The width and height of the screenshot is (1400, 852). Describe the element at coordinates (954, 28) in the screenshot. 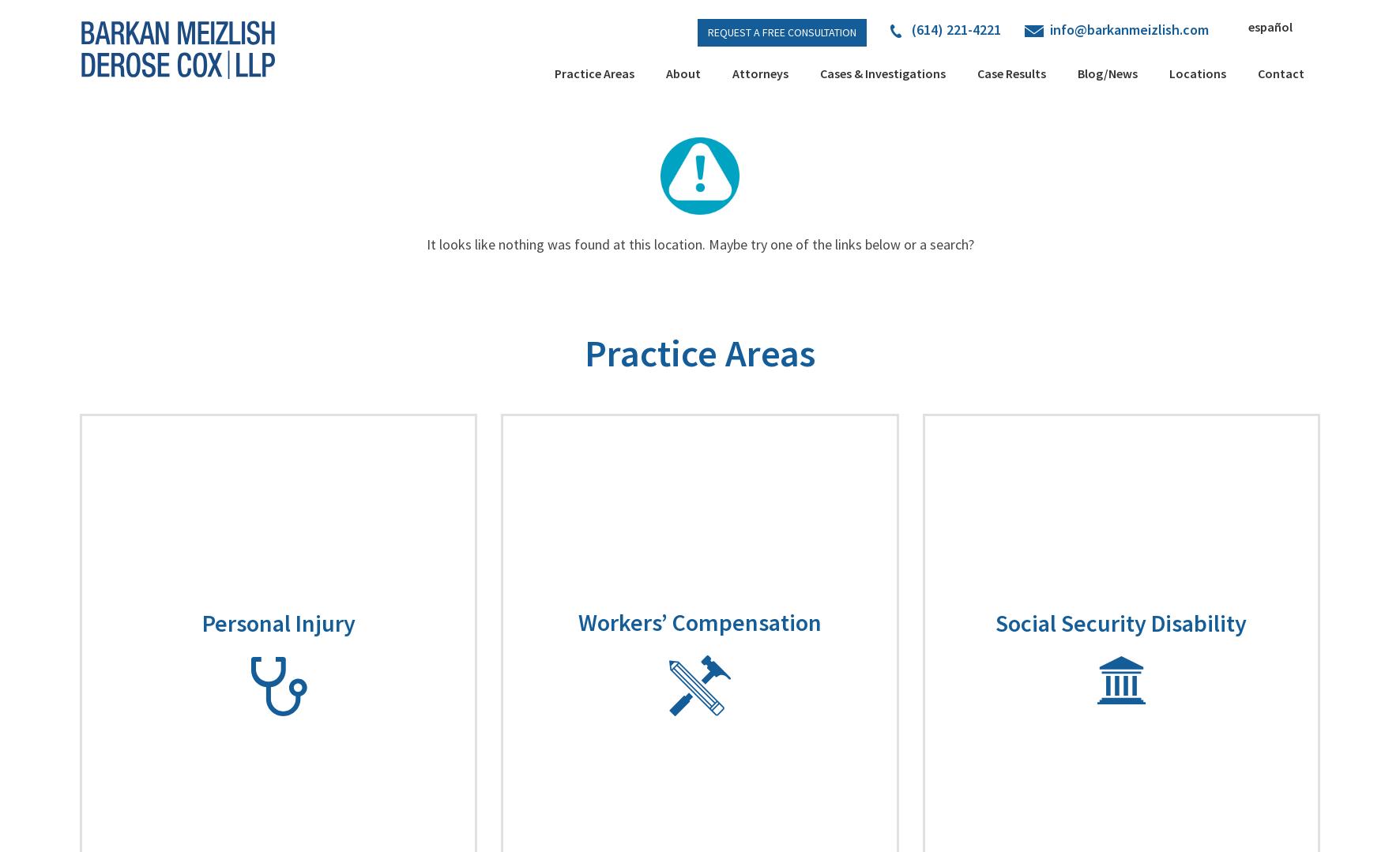

I see `'(614) 221-4221'` at that location.